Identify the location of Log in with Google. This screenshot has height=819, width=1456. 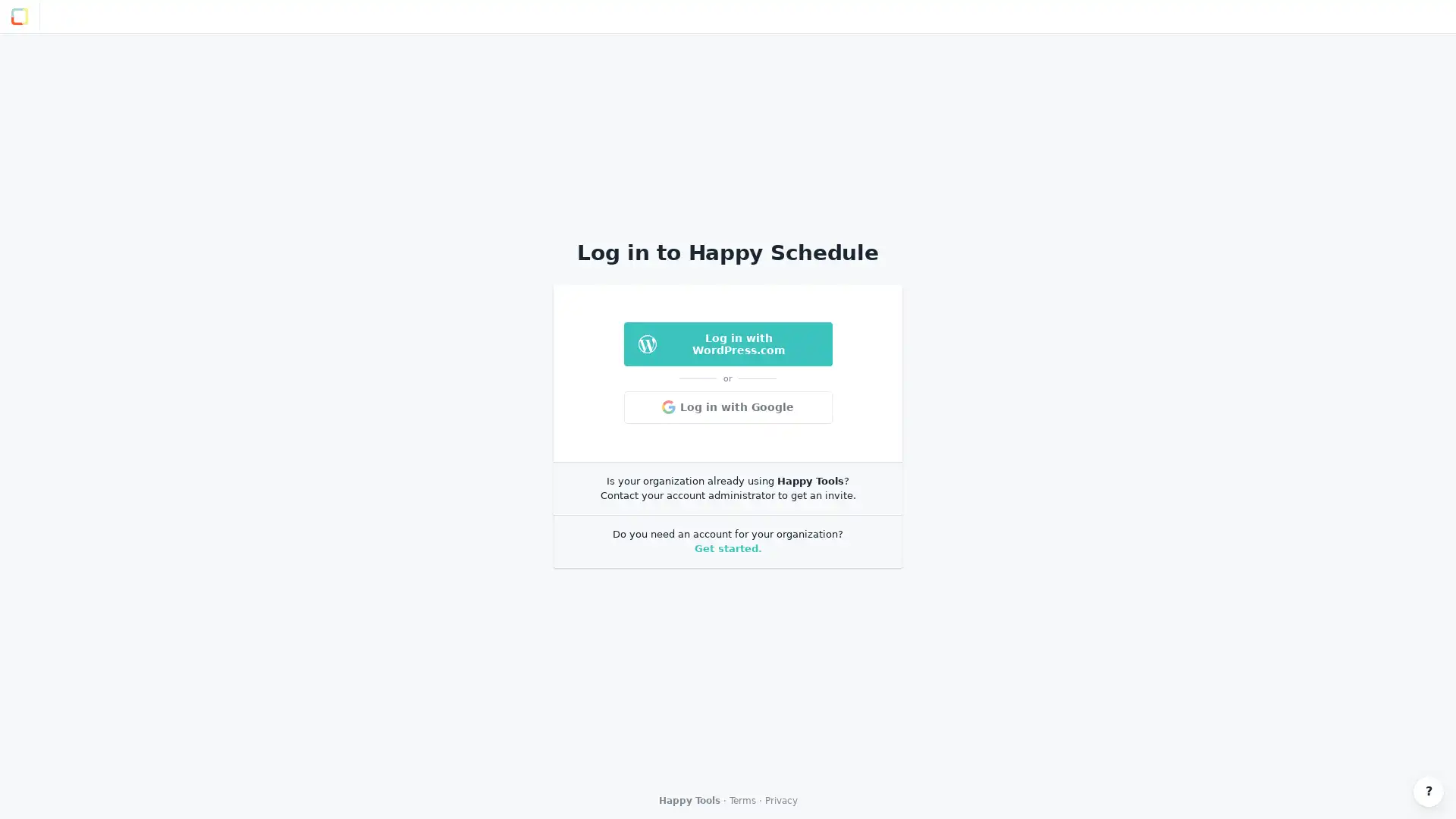
(726, 406).